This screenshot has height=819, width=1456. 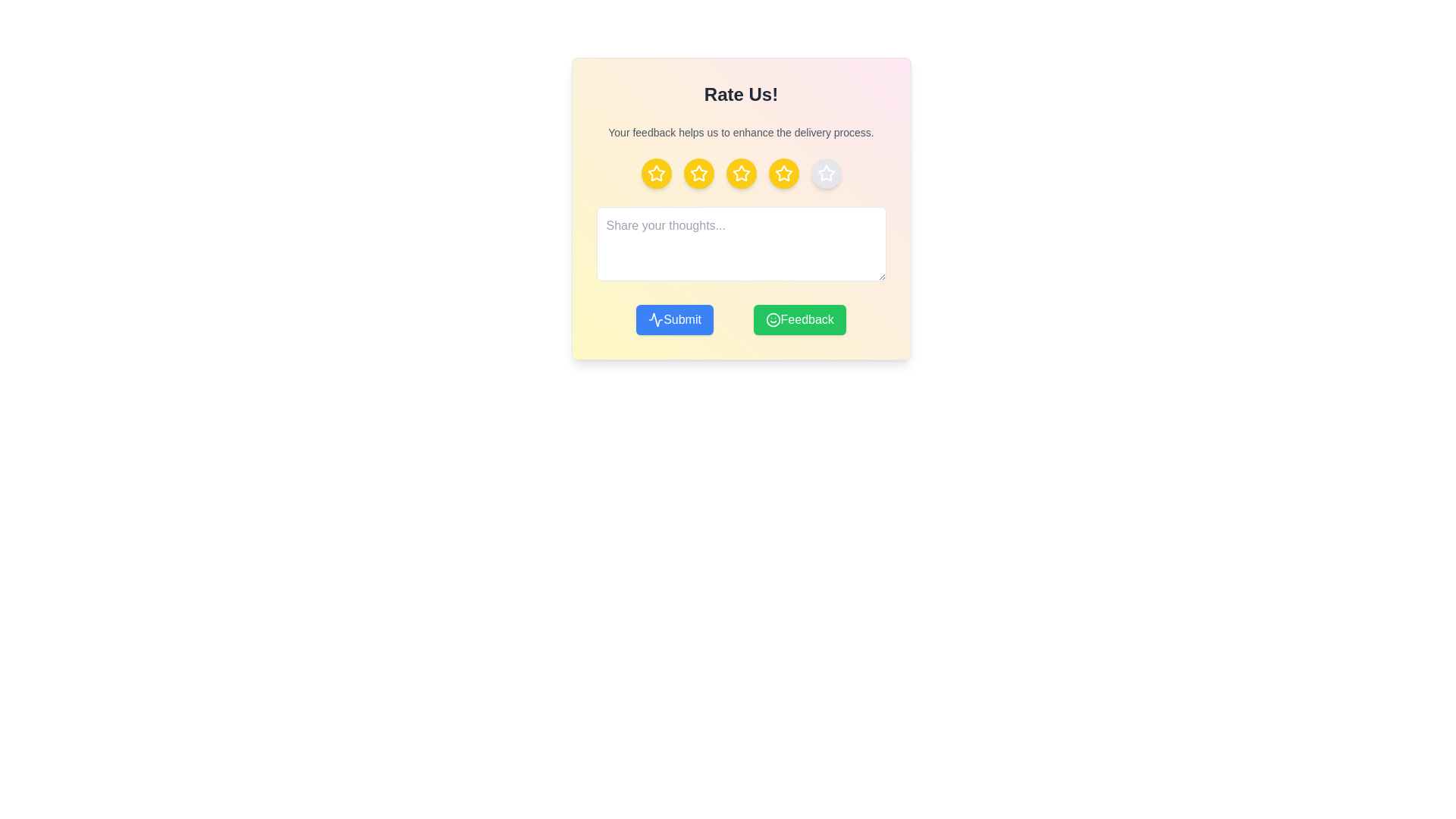 What do you see at coordinates (674, 318) in the screenshot?
I see `the 'Submit' button to submit feedback` at bounding box center [674, 318].